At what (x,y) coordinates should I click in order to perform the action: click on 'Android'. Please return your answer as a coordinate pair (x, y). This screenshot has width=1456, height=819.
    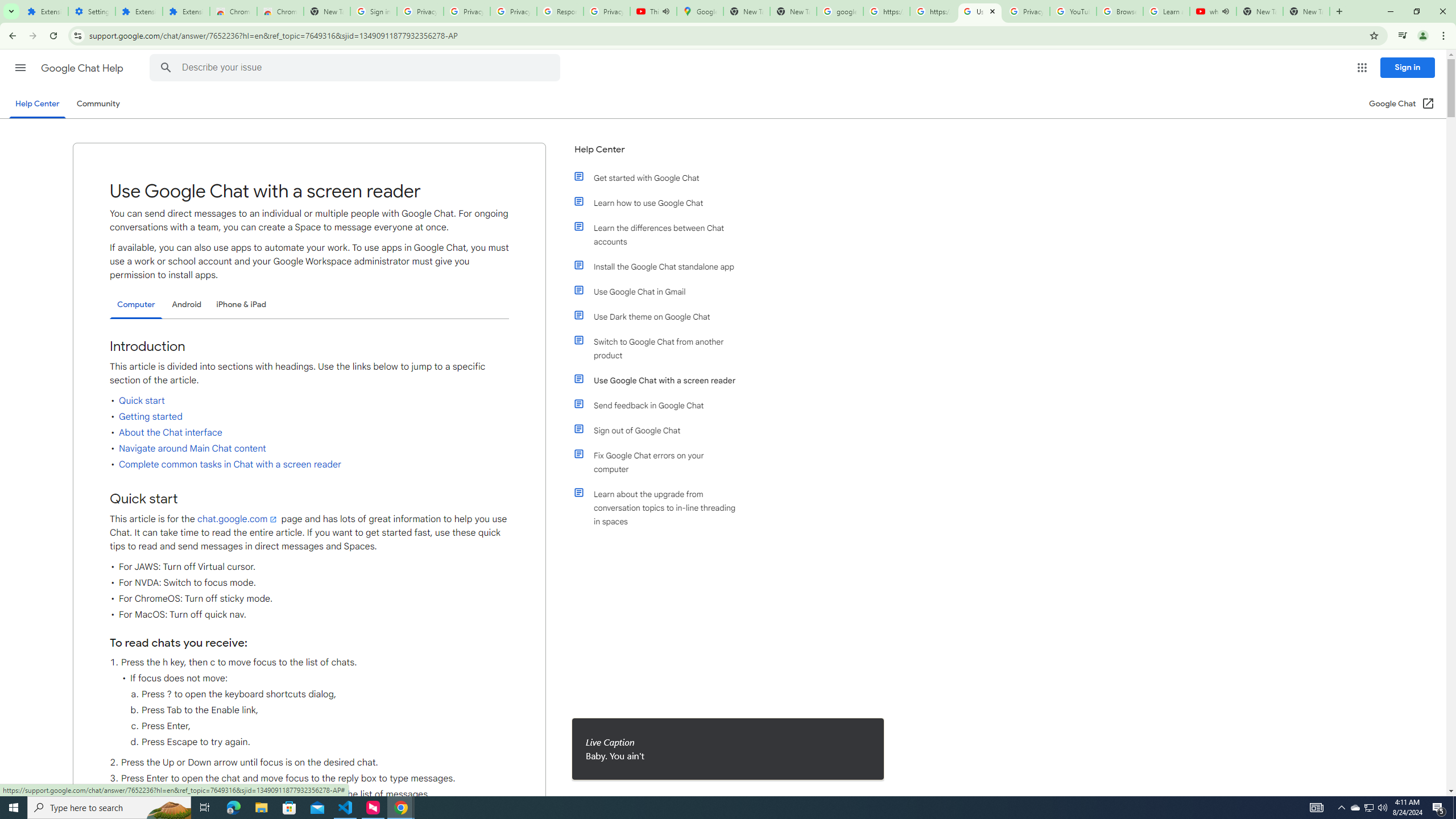
    Looking at the image, I should click on (186, 304).